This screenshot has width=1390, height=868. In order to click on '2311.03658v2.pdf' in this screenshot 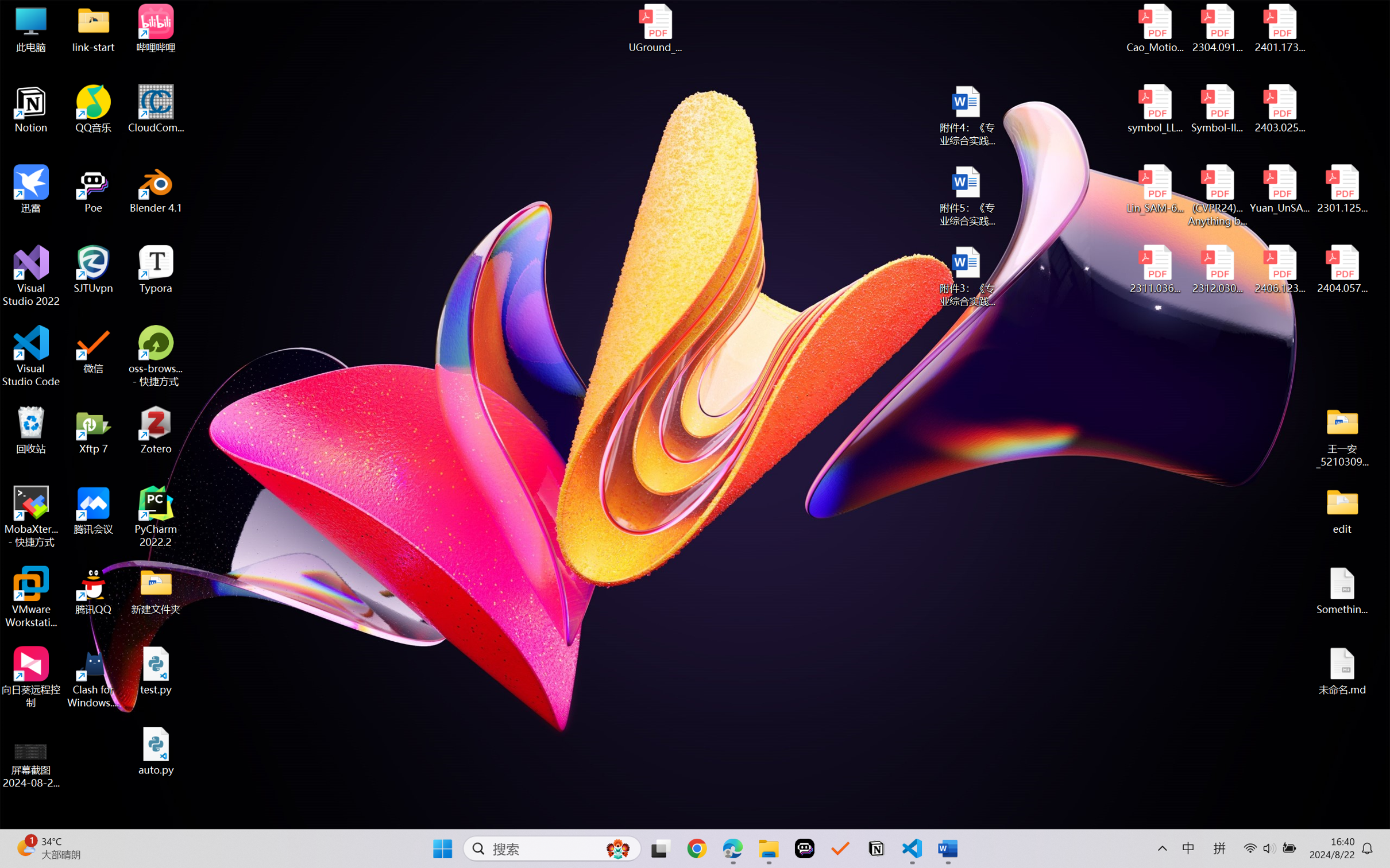, I will do `click(1155, 269)`.